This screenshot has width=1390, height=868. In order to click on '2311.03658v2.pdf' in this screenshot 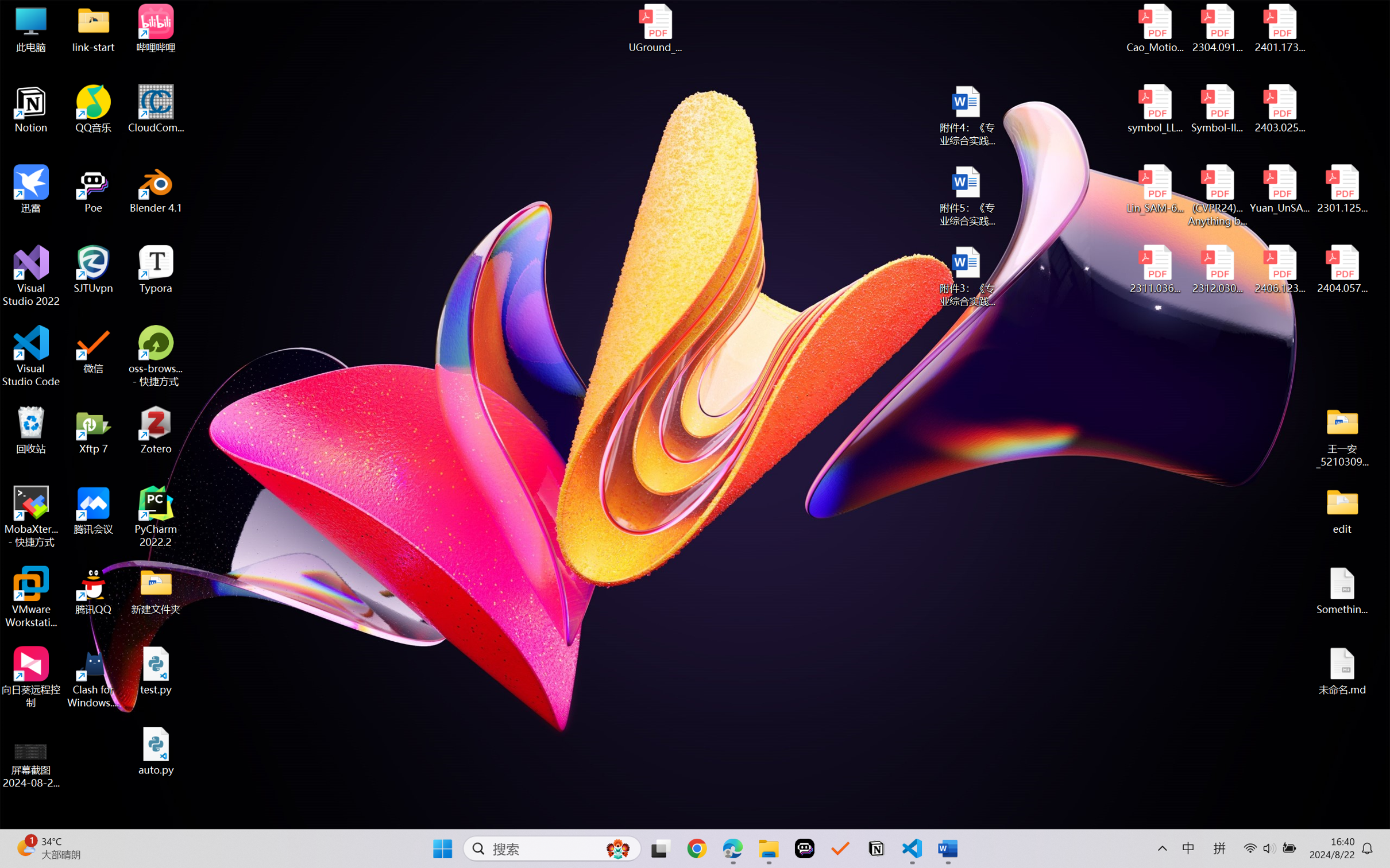, I will do `click(1155, 269)`.